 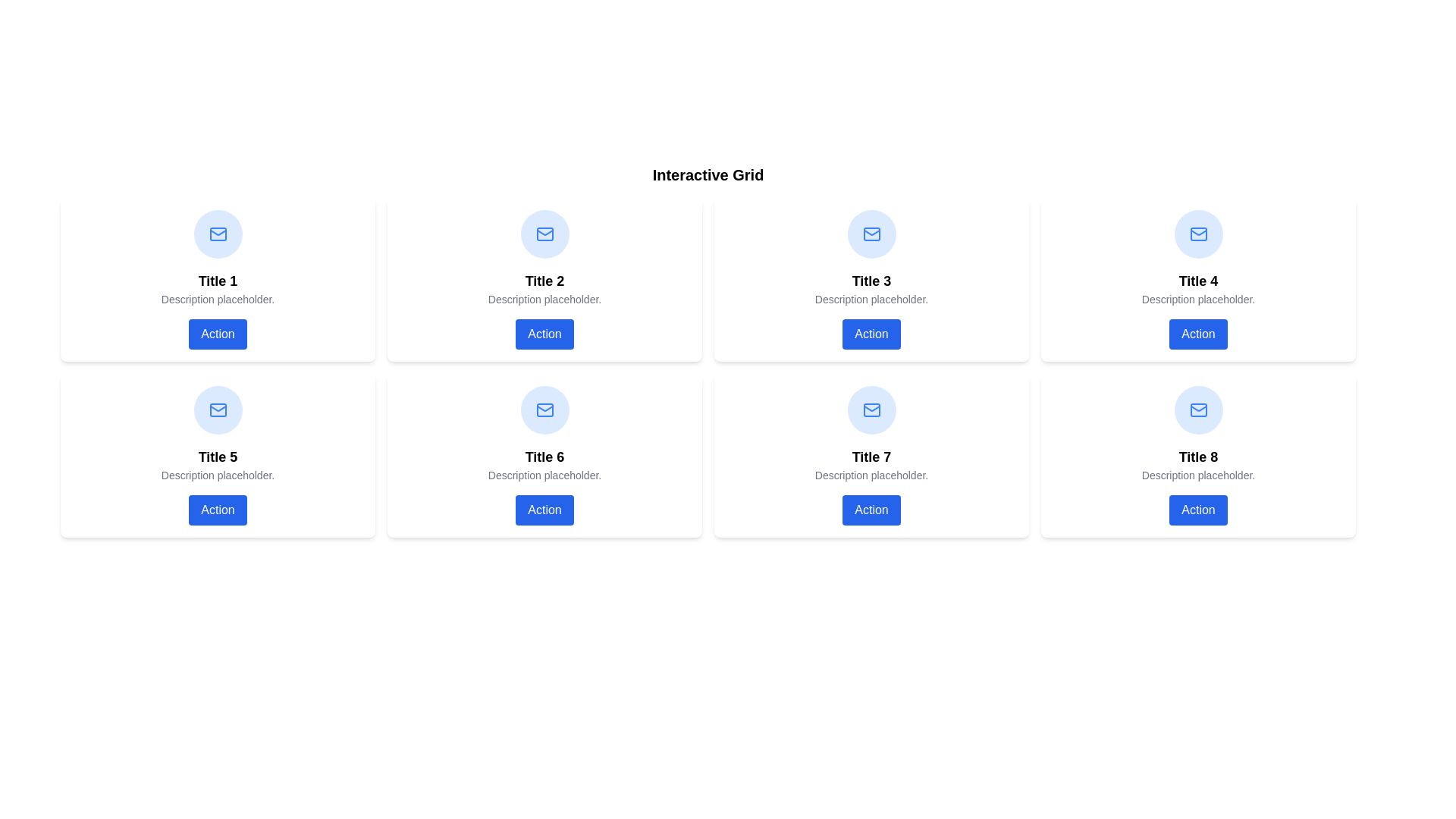 I want to click on the mail or messaging icon located in the upper section of the sixth card in the 'Interactive Grid', above the title 'Title 6', so click(x=544, y=409).